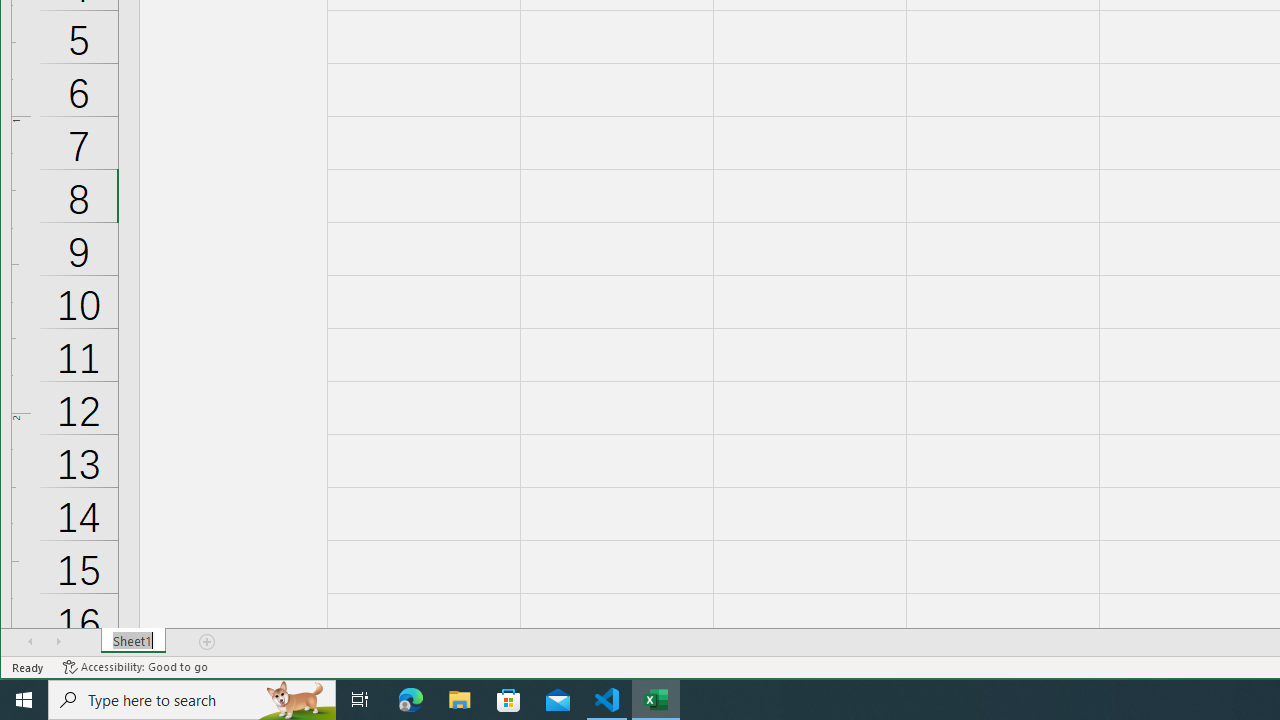 This screenshot has width=1280, height=720. What do you see at coordinates (208, 641) in the screenshot?
I see `'Add Sheet'` at bounding box center [208, 641].